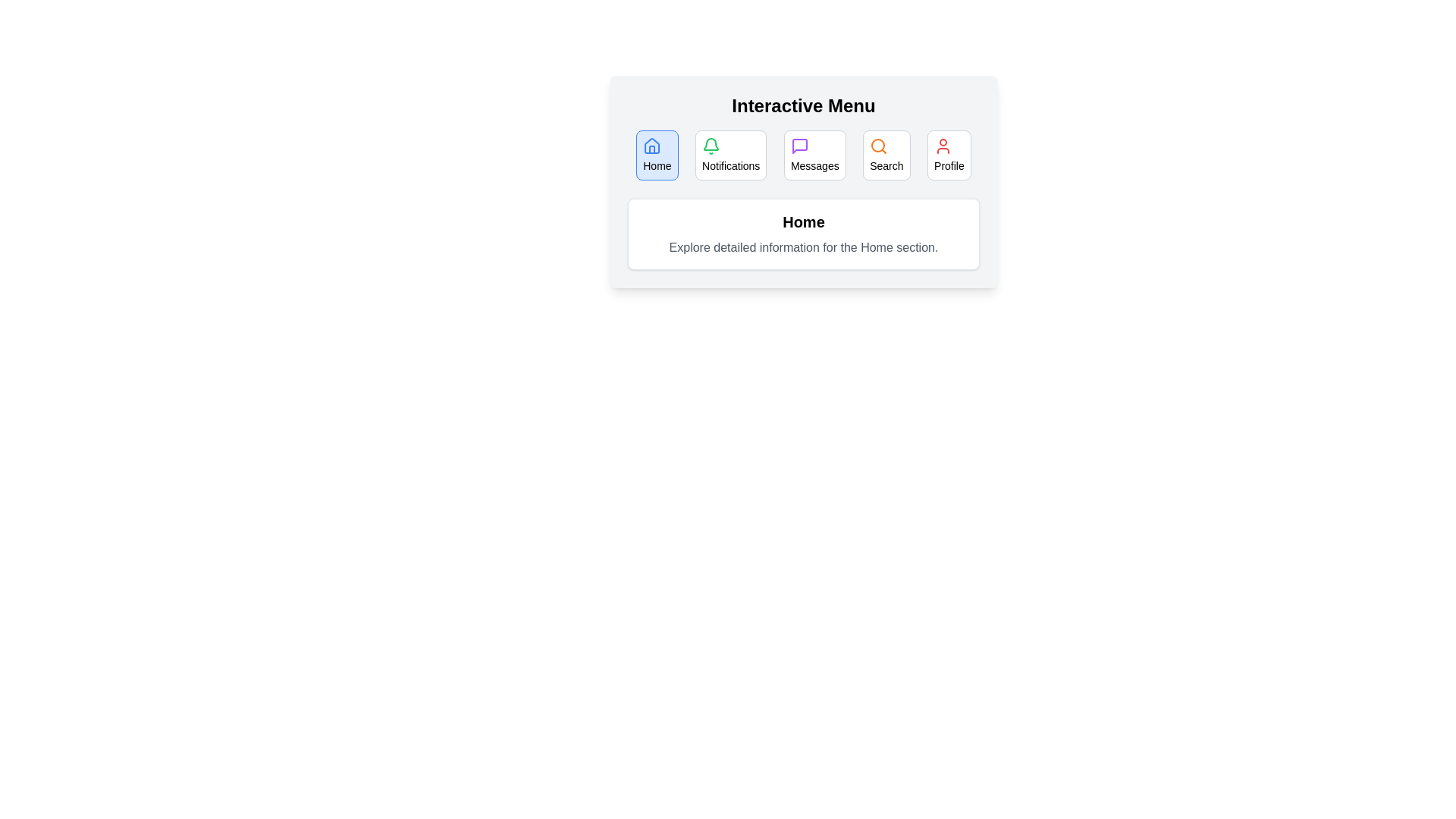 The width and height of the screenshot is (1456, 819). What do you see at coordinates (731, 155) in the screenshot?
I see `the 'Notifications' button in the horizontal menu` at bounding box center [731, 155].